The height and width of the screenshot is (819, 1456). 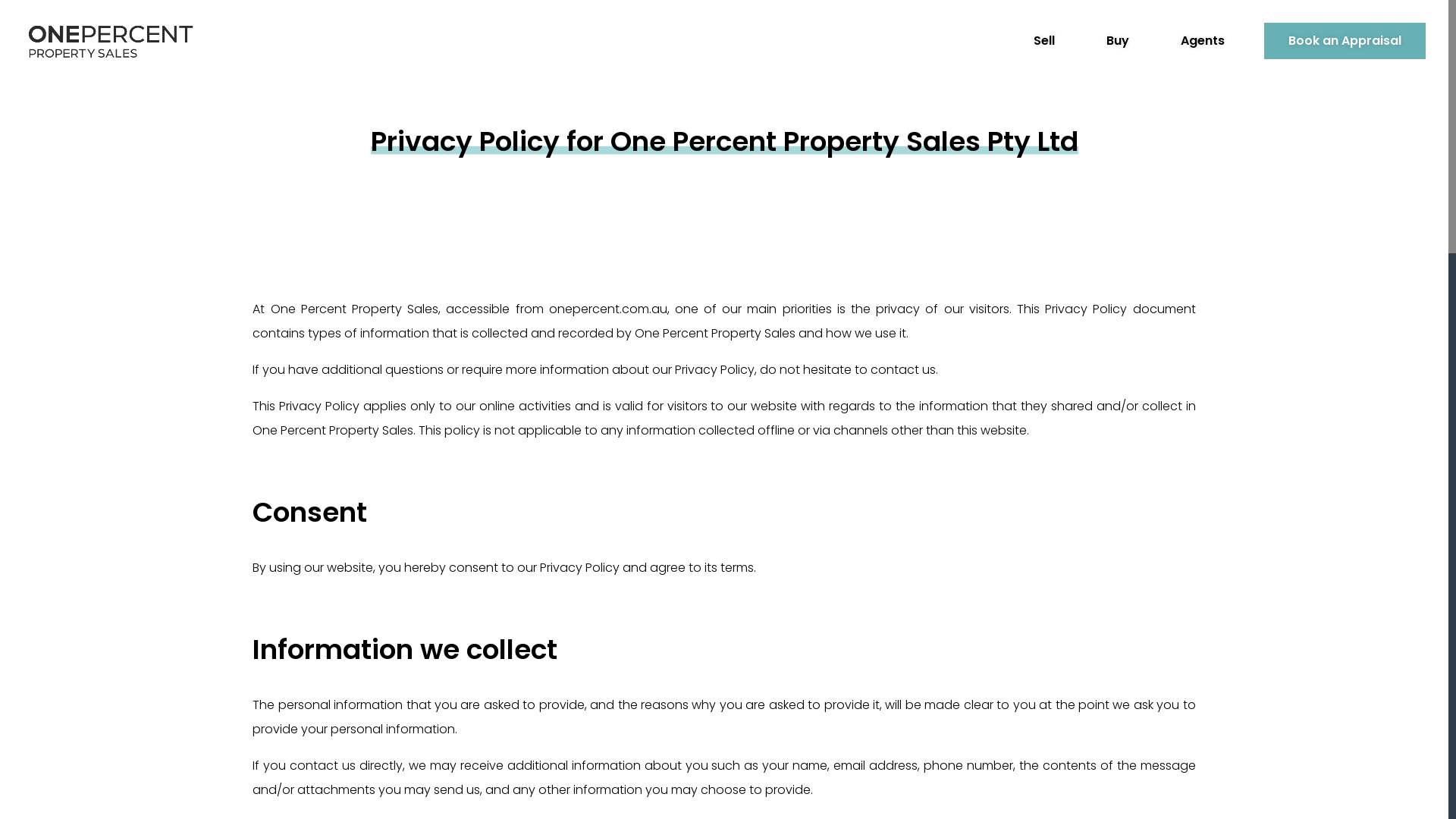 What do you see at coordinates (1081, 39) in the screenshot?
I see `'Buy'` at bounding box center [1081, 39].